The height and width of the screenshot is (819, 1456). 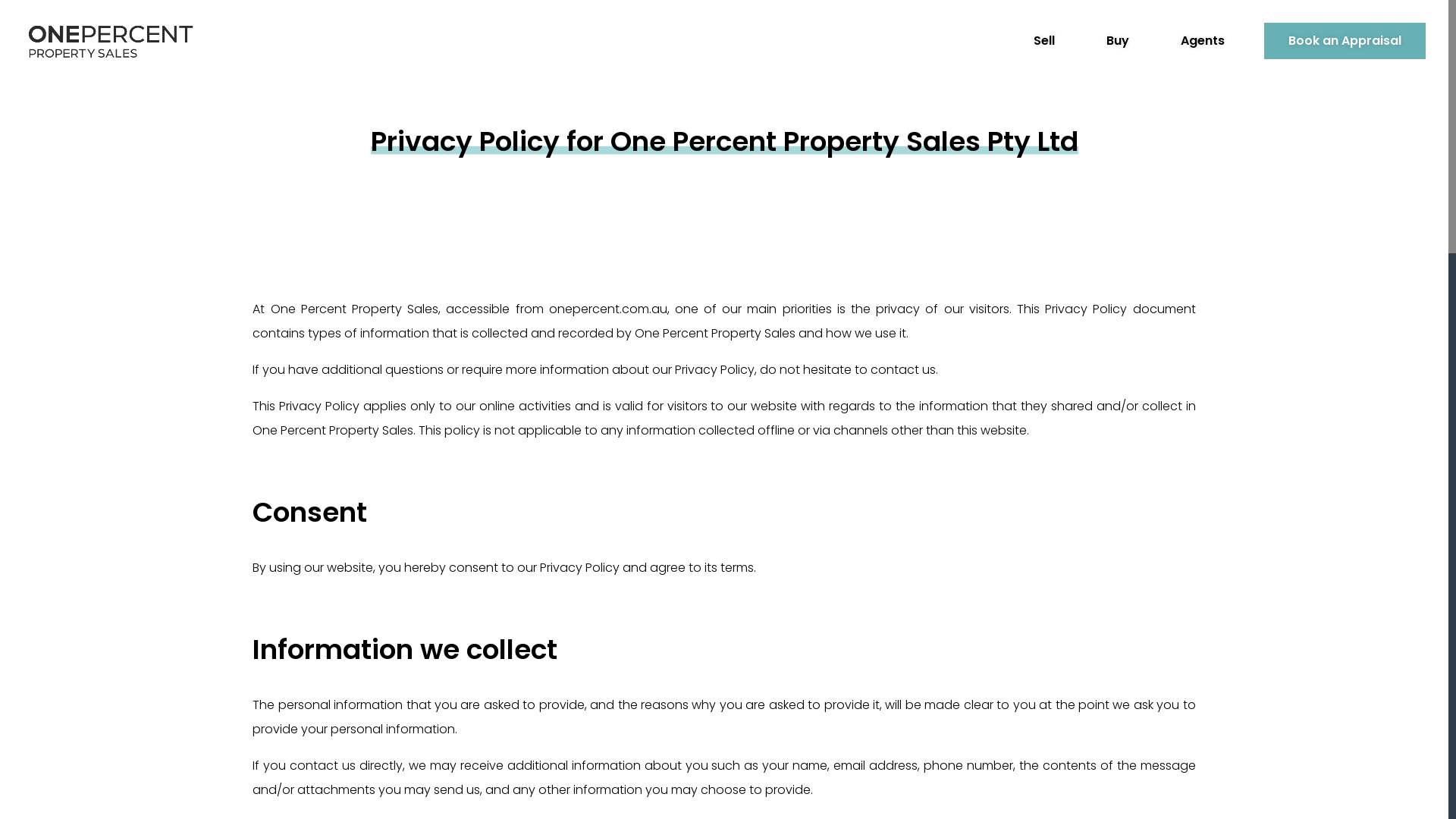 What do you see at coordinates (1081, 39) in the screenshot?
I see `'Buy'` at bounding box center [1081, 39].